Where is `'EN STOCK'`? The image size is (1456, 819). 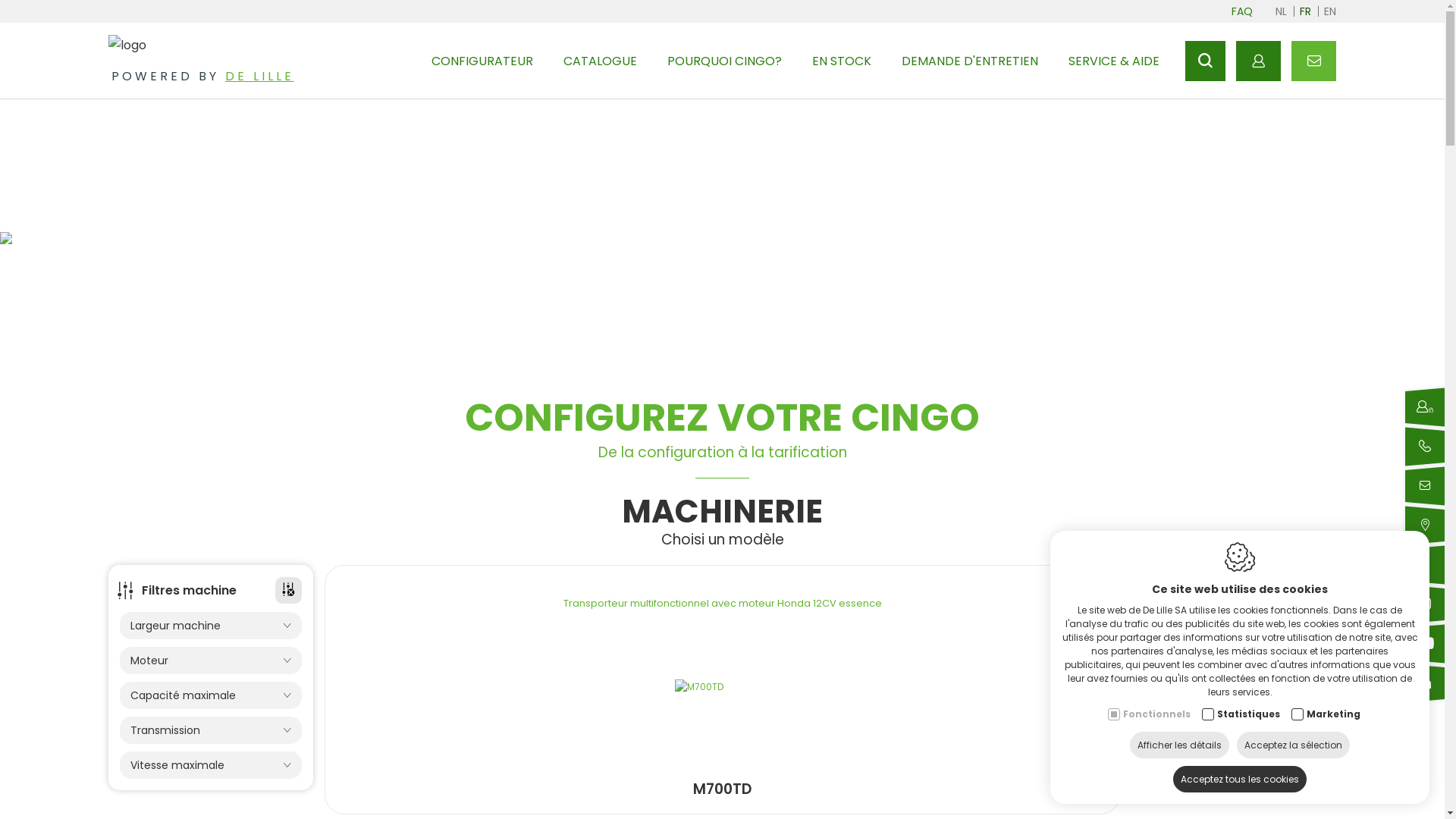
'EN STOCK' is located at coordinates (811, 60).